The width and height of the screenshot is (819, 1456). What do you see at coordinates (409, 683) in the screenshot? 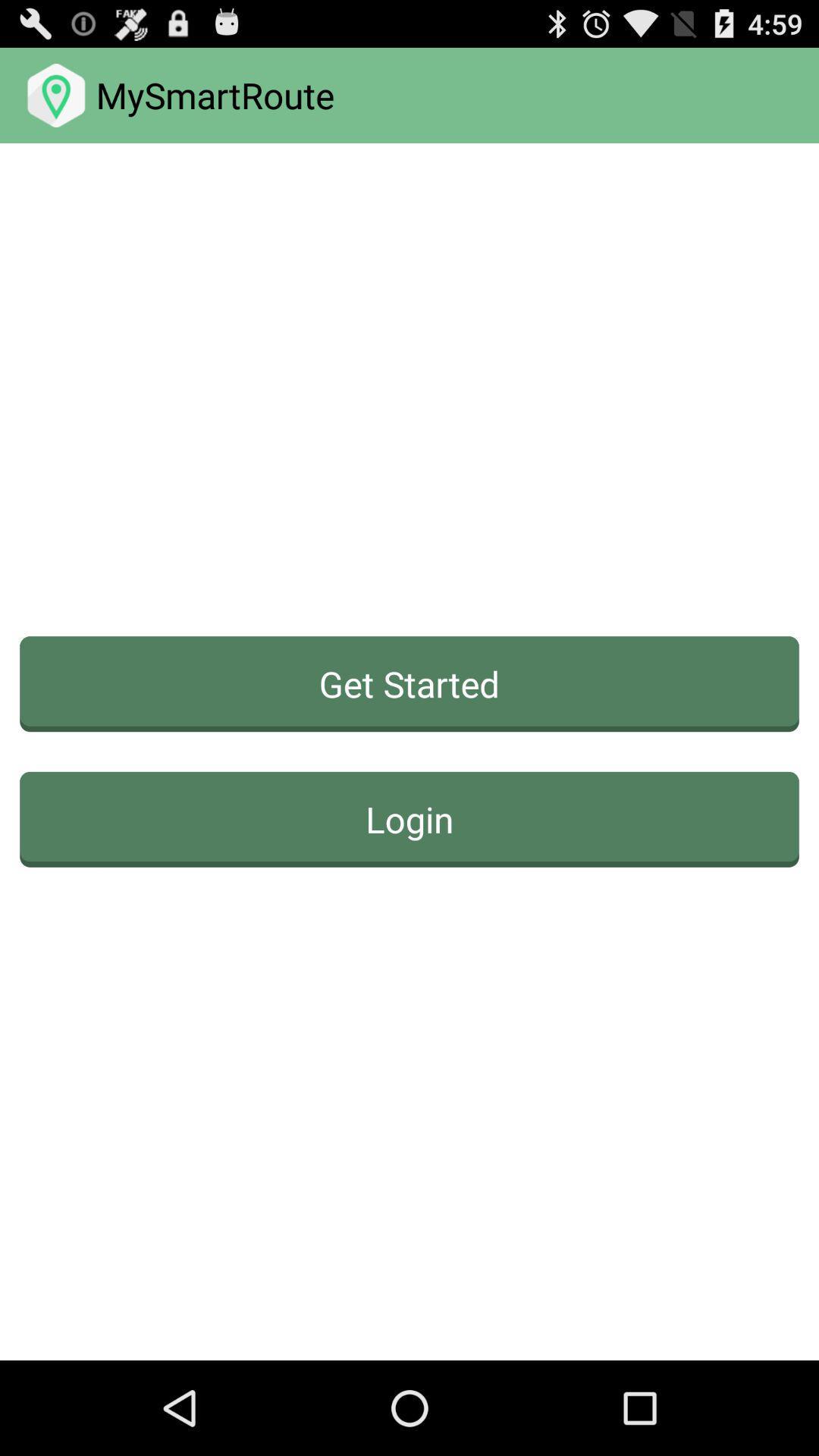
I see `the item above login icon` at bounding box center [409, 683].